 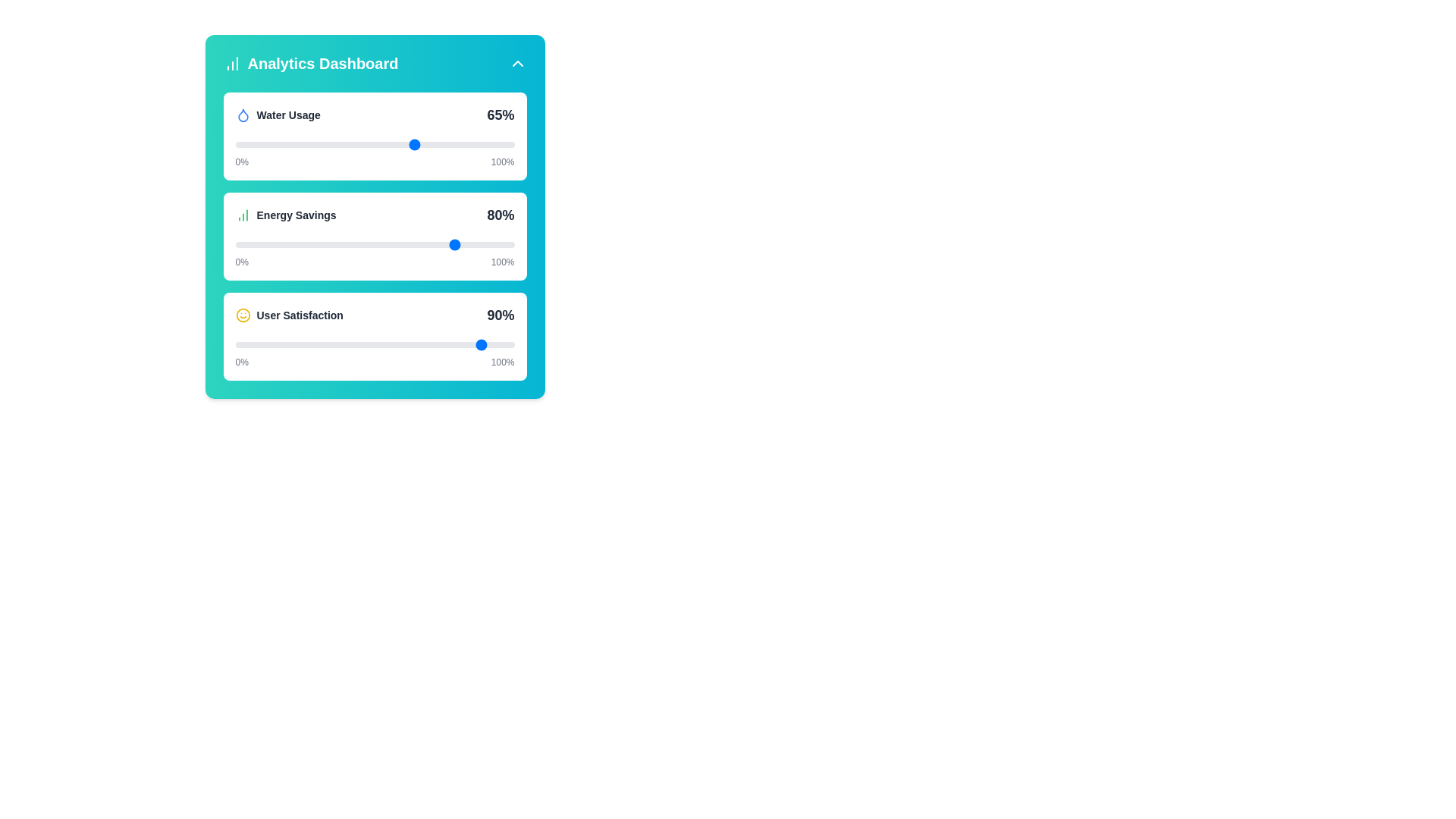 What do you see at coordinates (375, 162) in the screenshot?
I see `the static text label pair displaying '0%' and '100%' which is located at the bottom of the first card in the dashboard, directly below the '65%' slider` at bounding box center [375, 162].